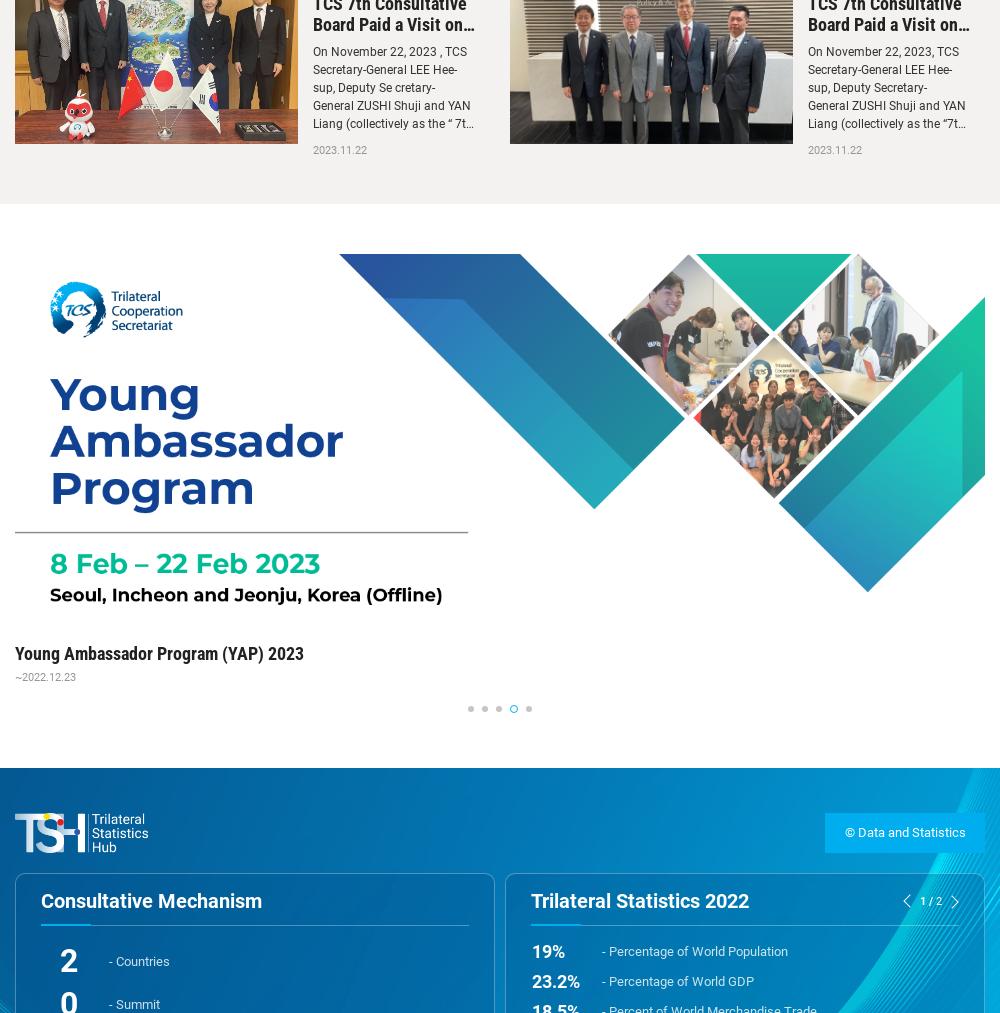 The height and width of the screenshot is (1013, 1000). I want to click on '16.1', so click(549, 891).